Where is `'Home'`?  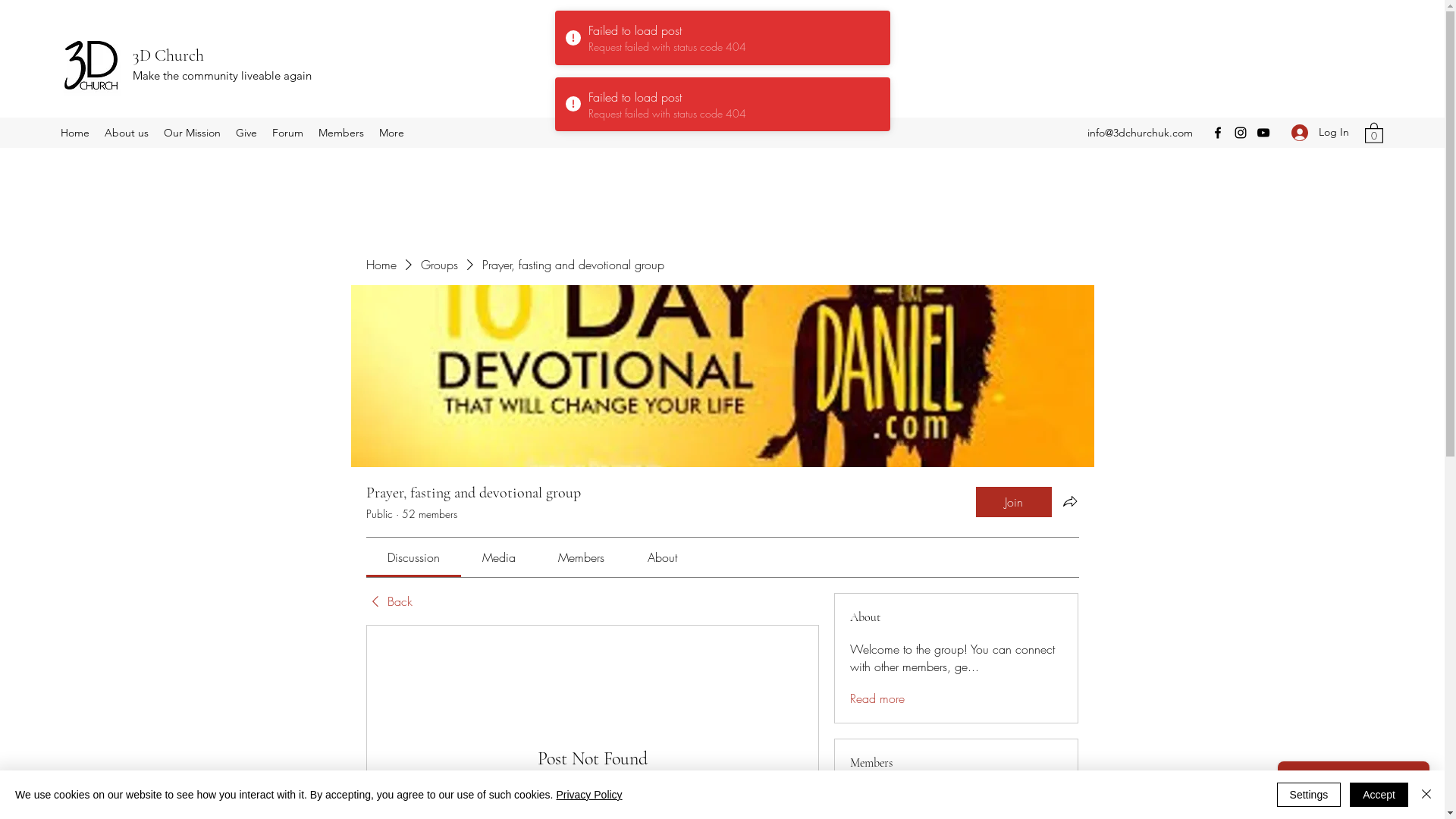
'Home' is located at coordinates (381, 263).